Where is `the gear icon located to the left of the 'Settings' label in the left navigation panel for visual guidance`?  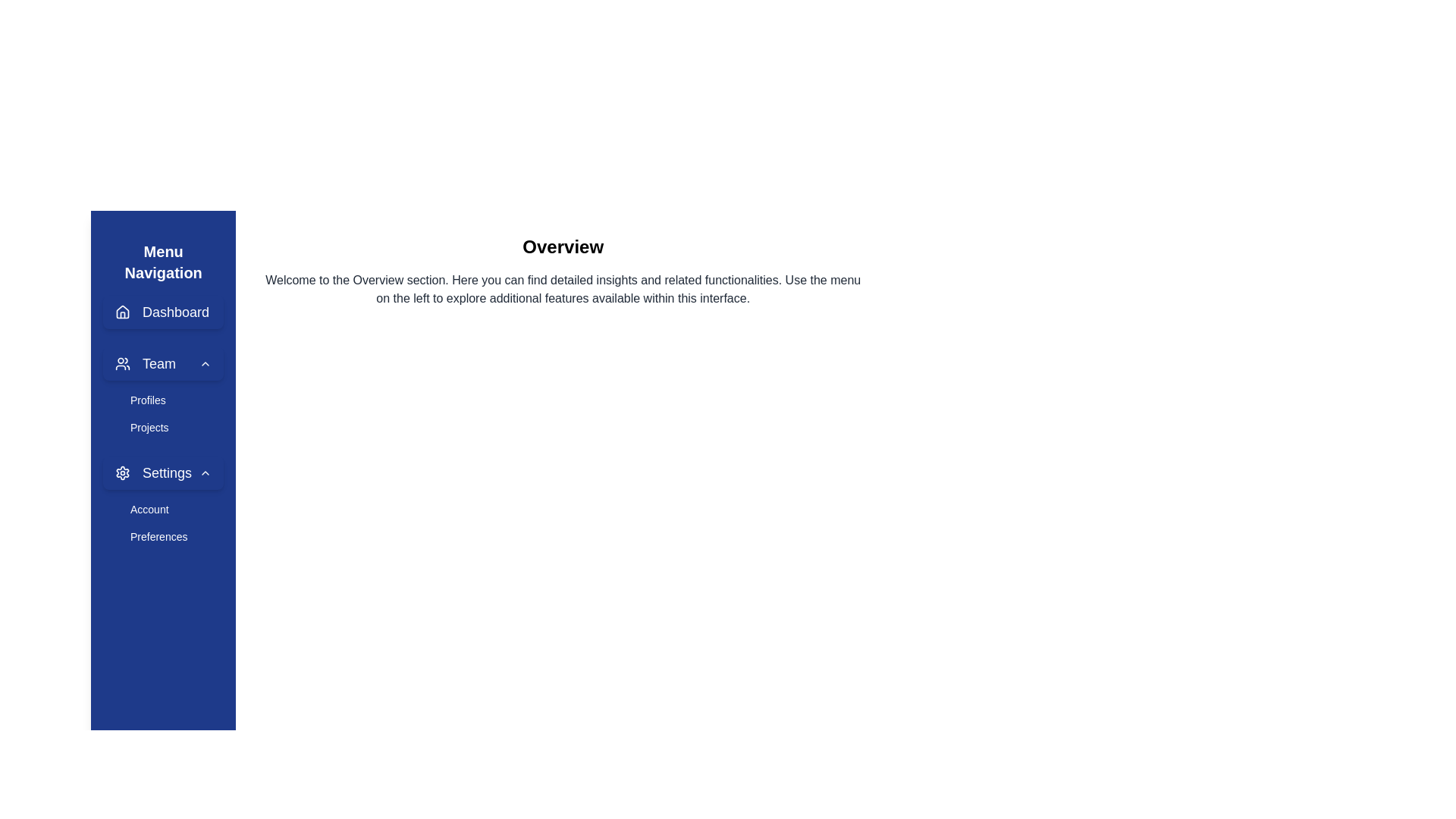
the gear icon located to the left of the 'Settings' label in the left navigation panel for visual guidance is located at coordinates (123, 472).